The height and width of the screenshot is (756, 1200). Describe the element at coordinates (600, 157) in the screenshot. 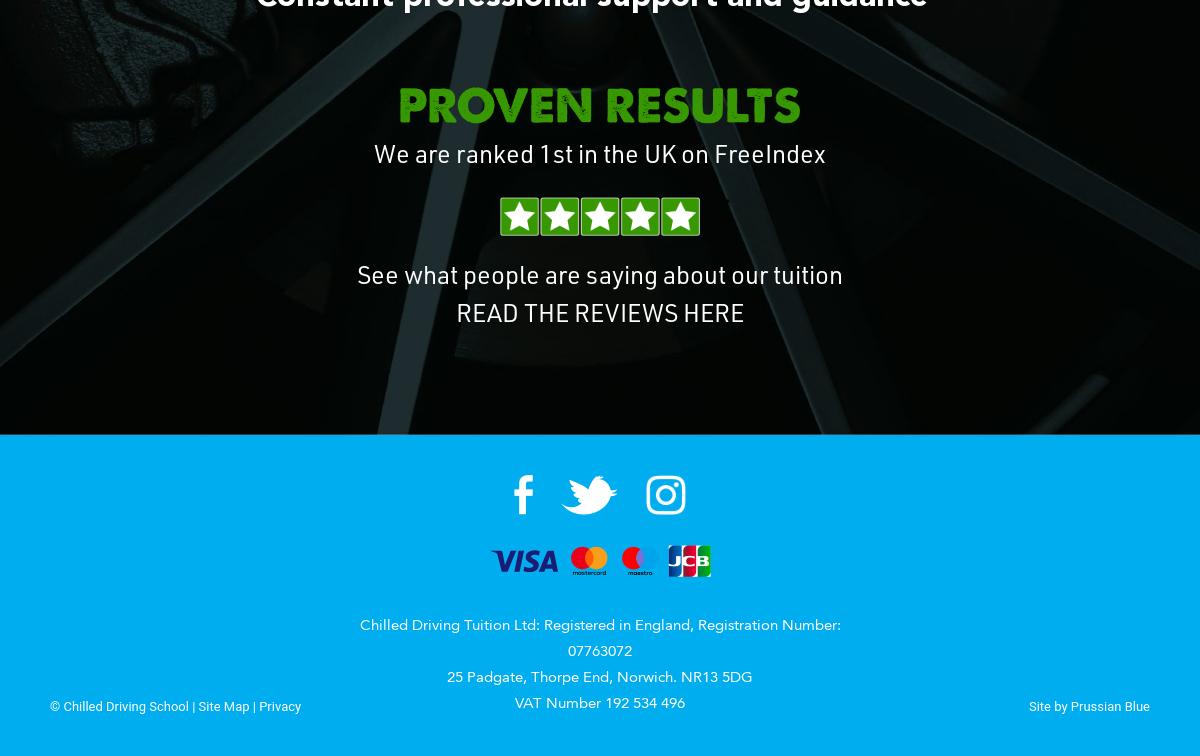

I see `'We are ranked 1st in the UK on FreeIndex'` at that location.